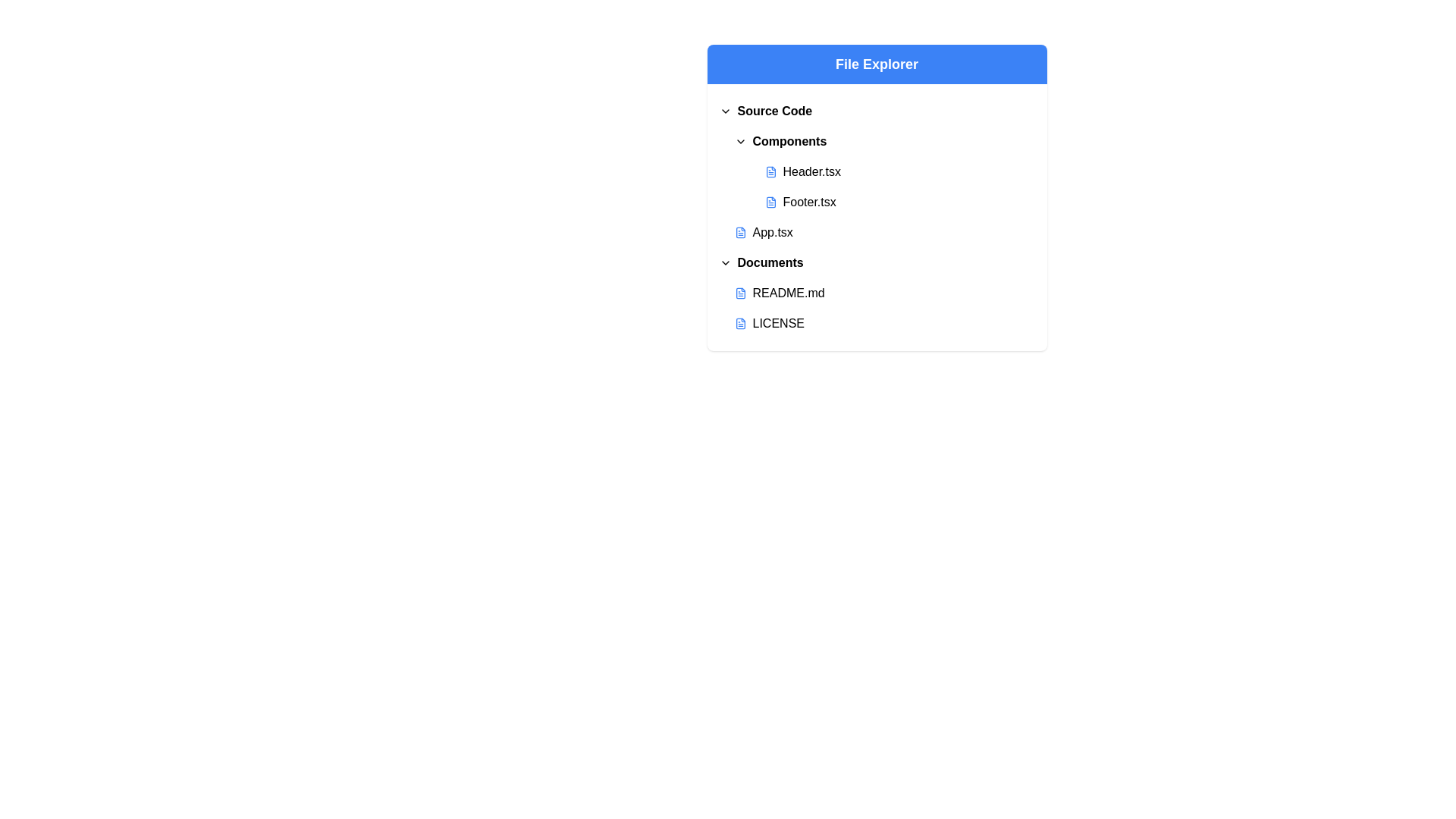 Image resolution: width=1456 pixels, height=819 pixels. I want to click on the document icon representing the 'Footer.tsx' file located in the 'Components' section of the File Explorer, so click(770, 201).